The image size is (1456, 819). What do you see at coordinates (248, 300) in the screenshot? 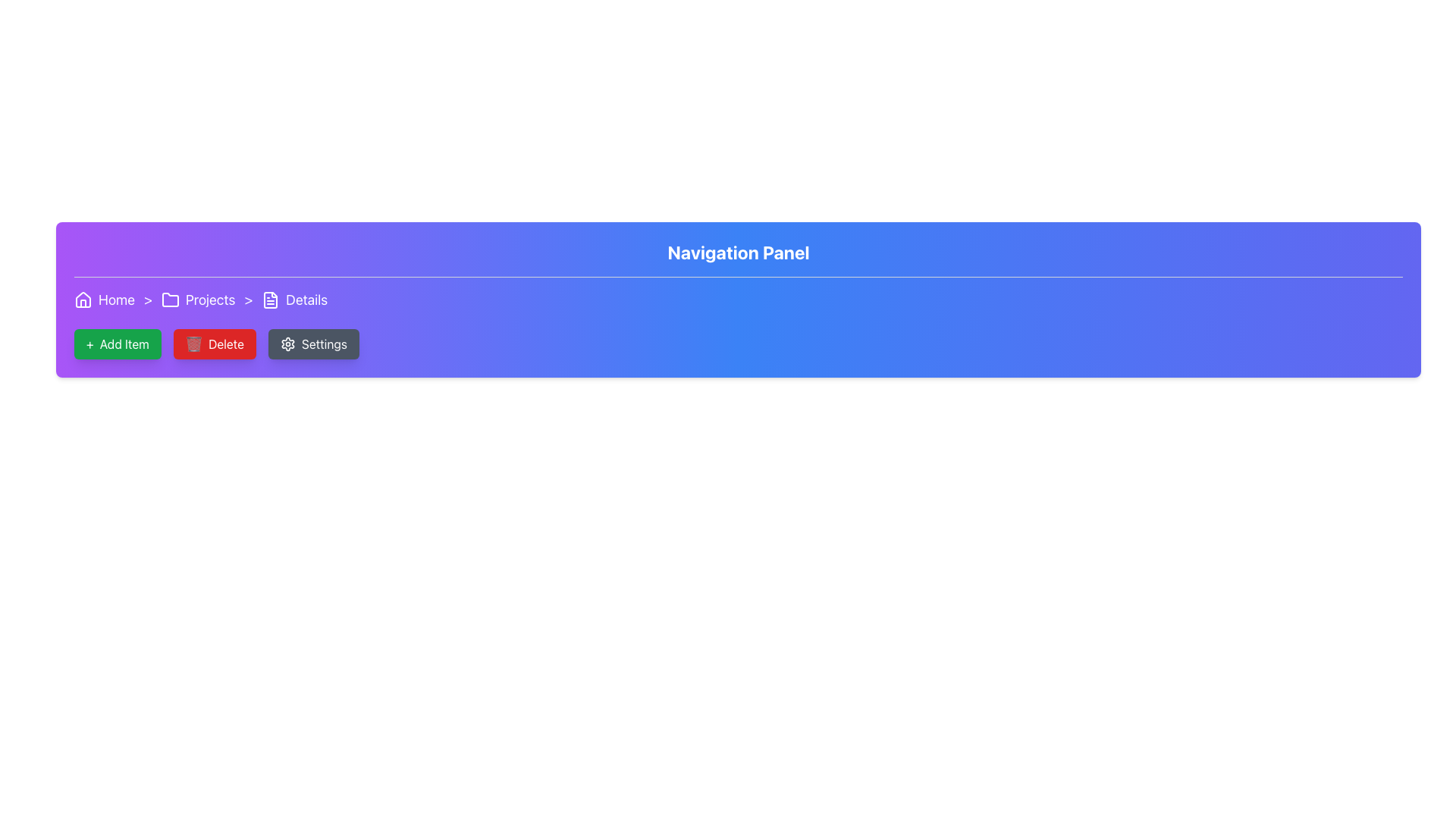
I see `the Arrow glyph used as a breadcrumb separator, which is styled with a '>' character and located between the labels 'Projects' and 'Details'` at bounding box center [248, 300].